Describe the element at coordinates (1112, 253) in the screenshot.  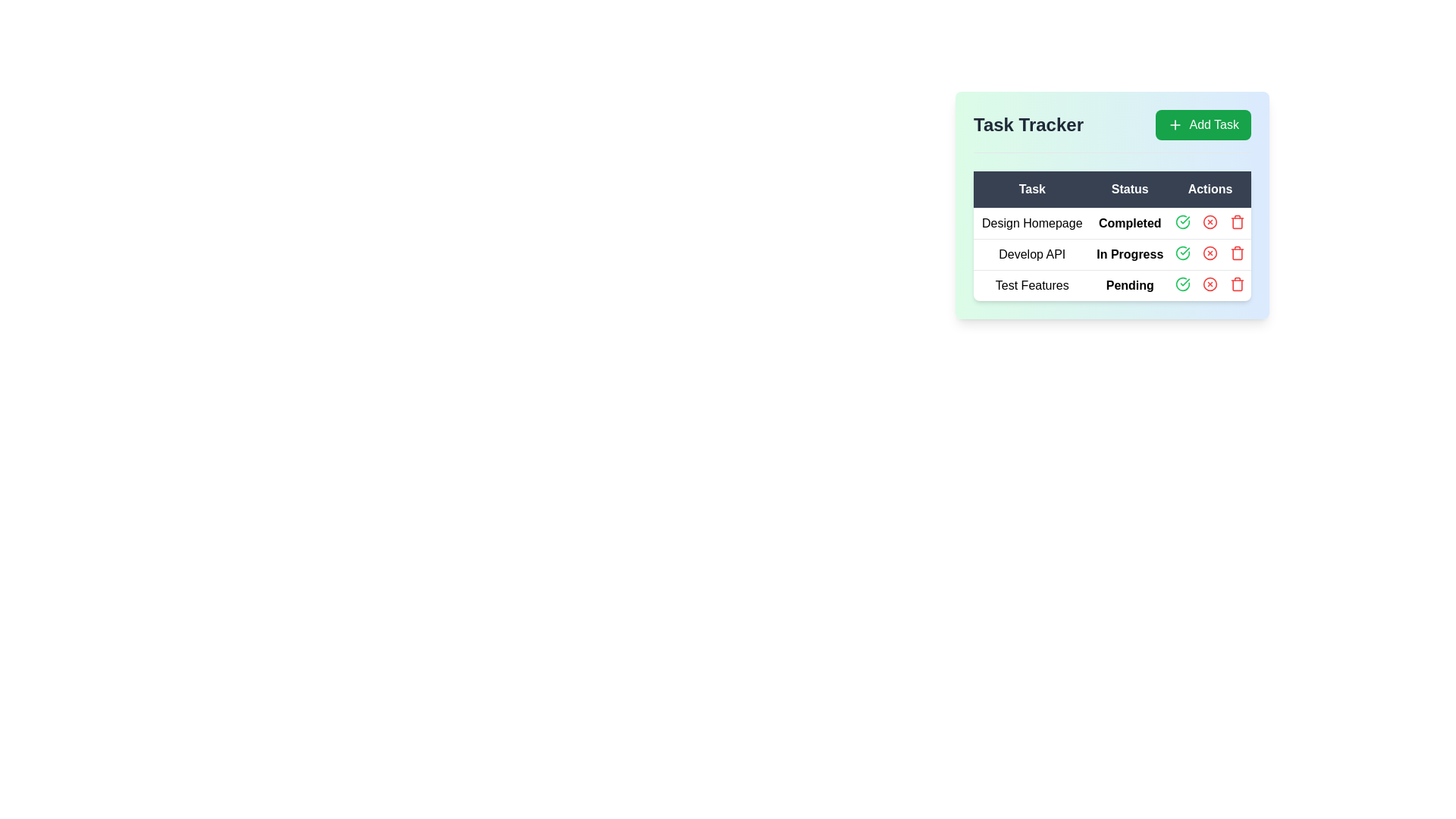
I see `the text label displaying the task name 'Develop API' and its status 'In Progress' in the task tracker interface, located in the second row of the task table` at that location.